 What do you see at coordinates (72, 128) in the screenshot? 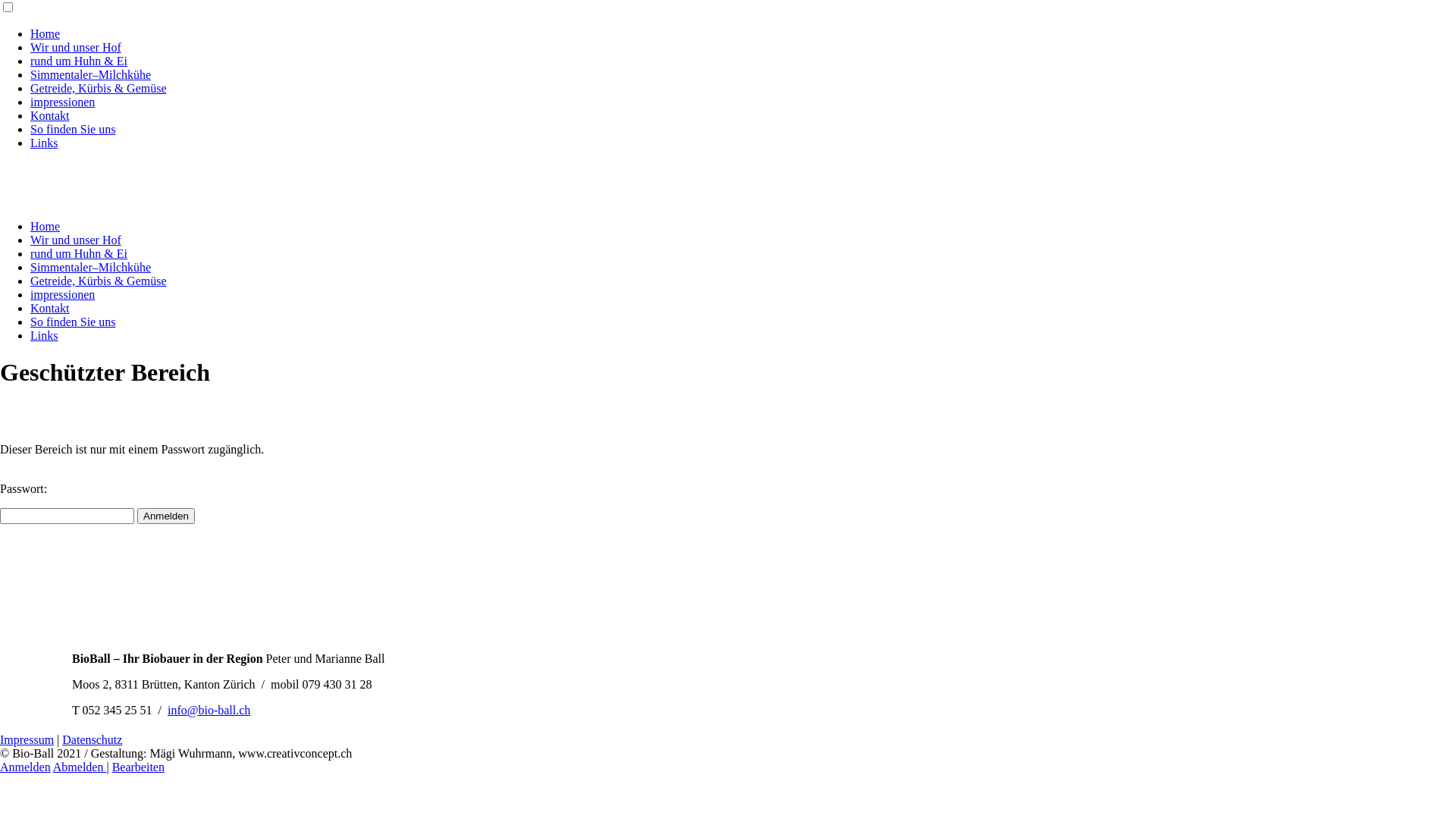
I see `'So finden Sie uns'` at bounding box center [72, 128].